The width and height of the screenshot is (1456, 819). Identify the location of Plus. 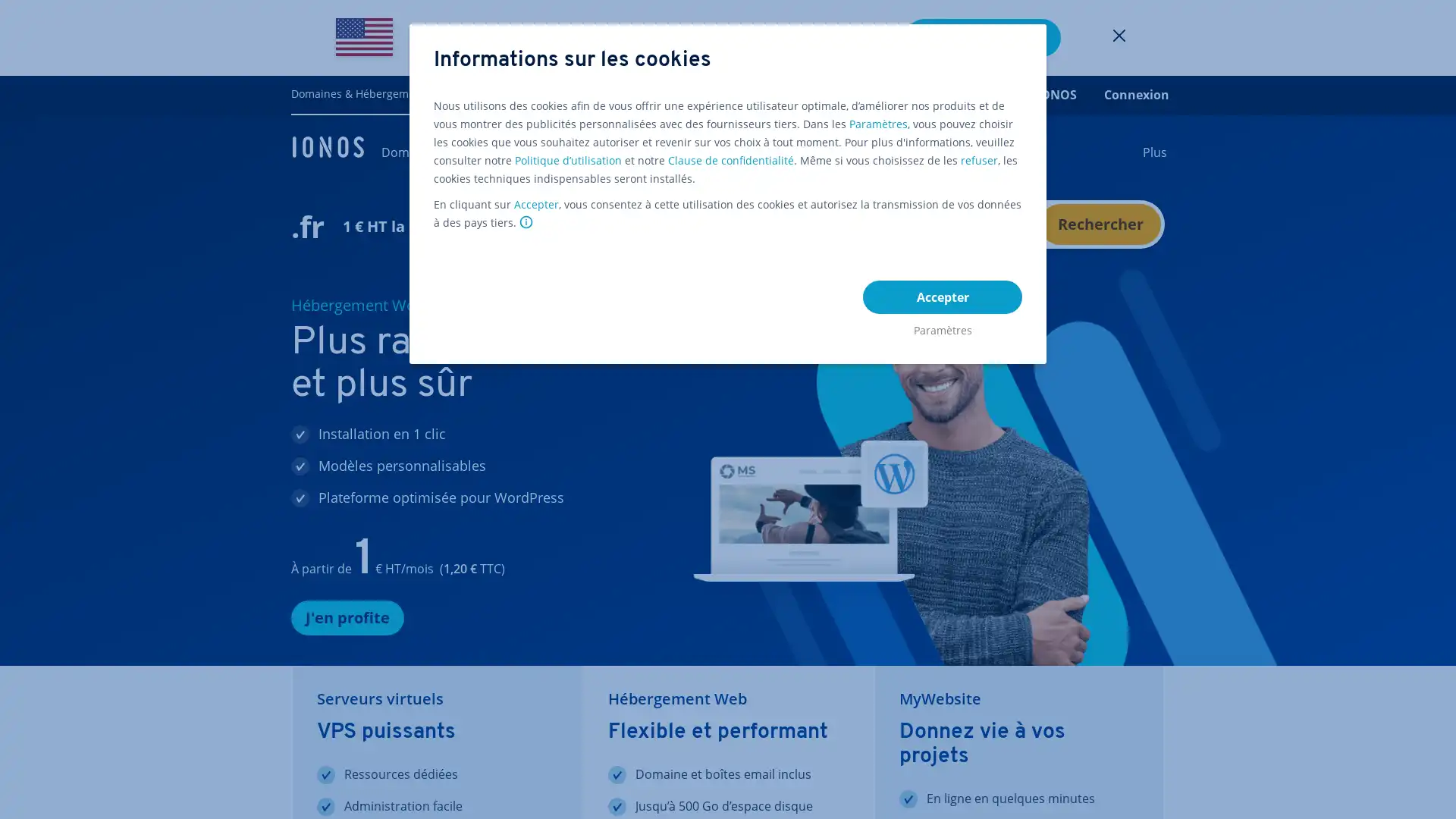
(1153, 152).